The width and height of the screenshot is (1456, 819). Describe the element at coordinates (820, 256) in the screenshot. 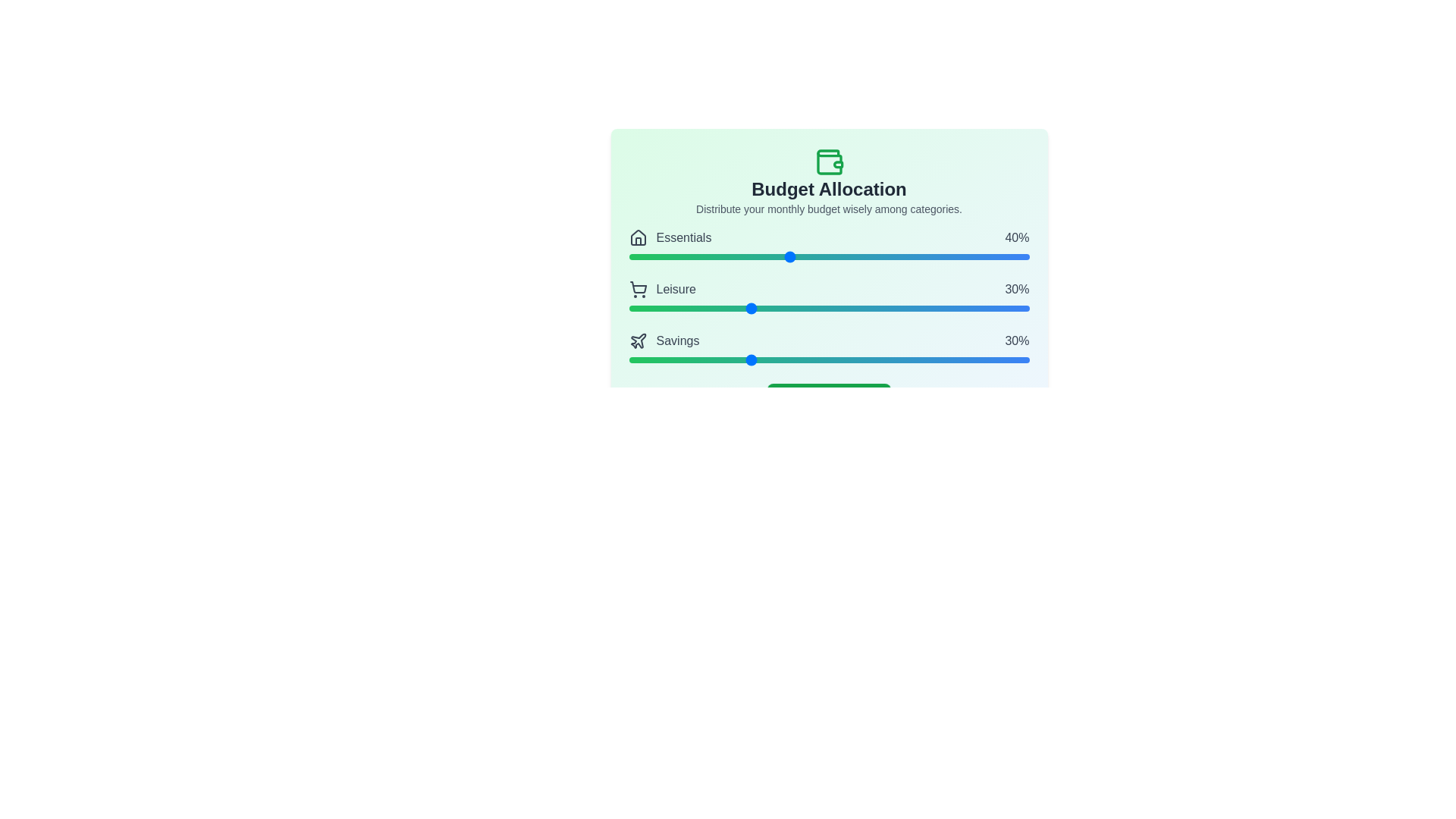

I see `the 'Essentials' slider to 48% allocation` at that location.